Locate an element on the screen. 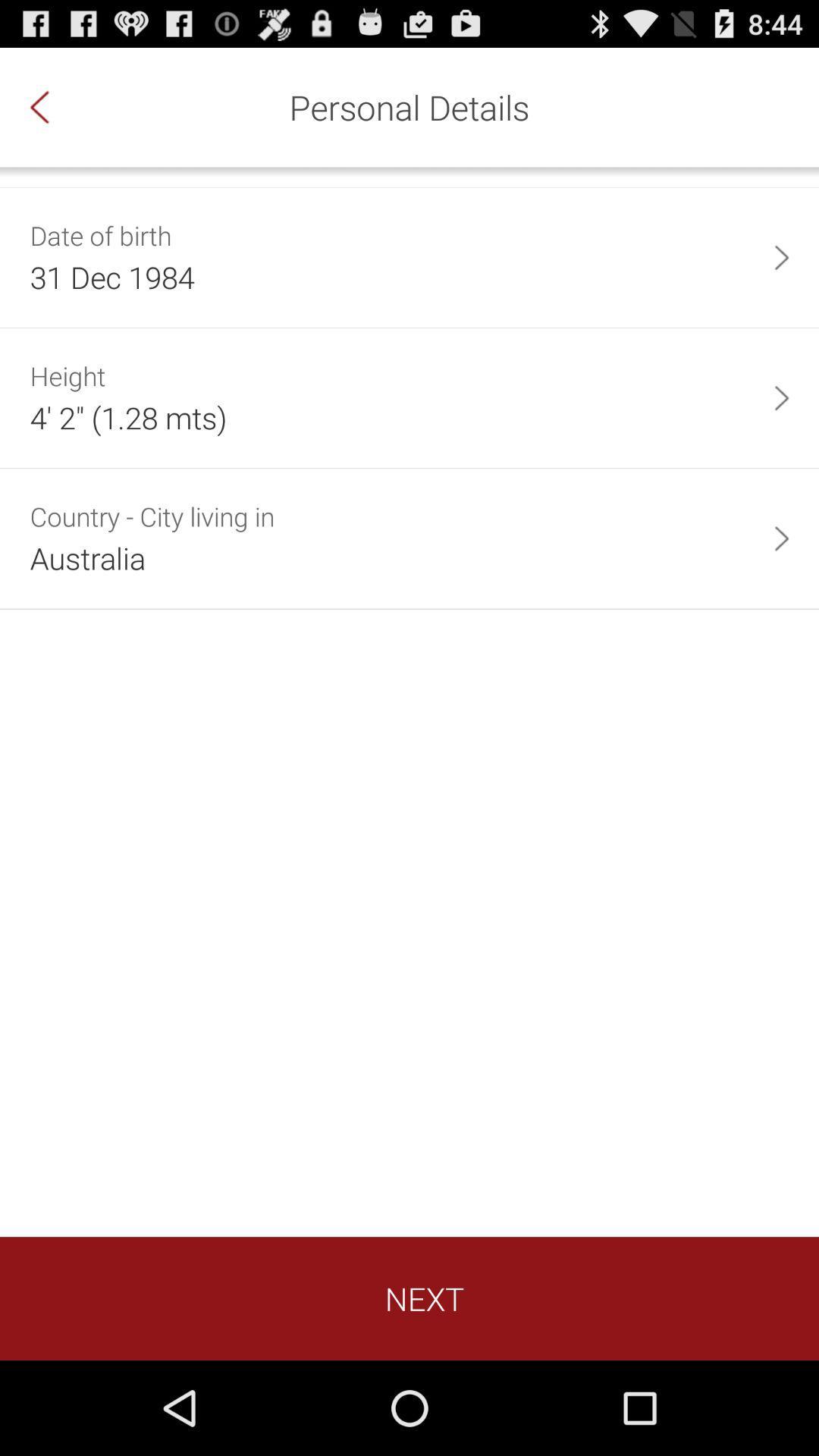 This screenshot has height=1456, width=819. the play icon is located at coordinates (781, 275).